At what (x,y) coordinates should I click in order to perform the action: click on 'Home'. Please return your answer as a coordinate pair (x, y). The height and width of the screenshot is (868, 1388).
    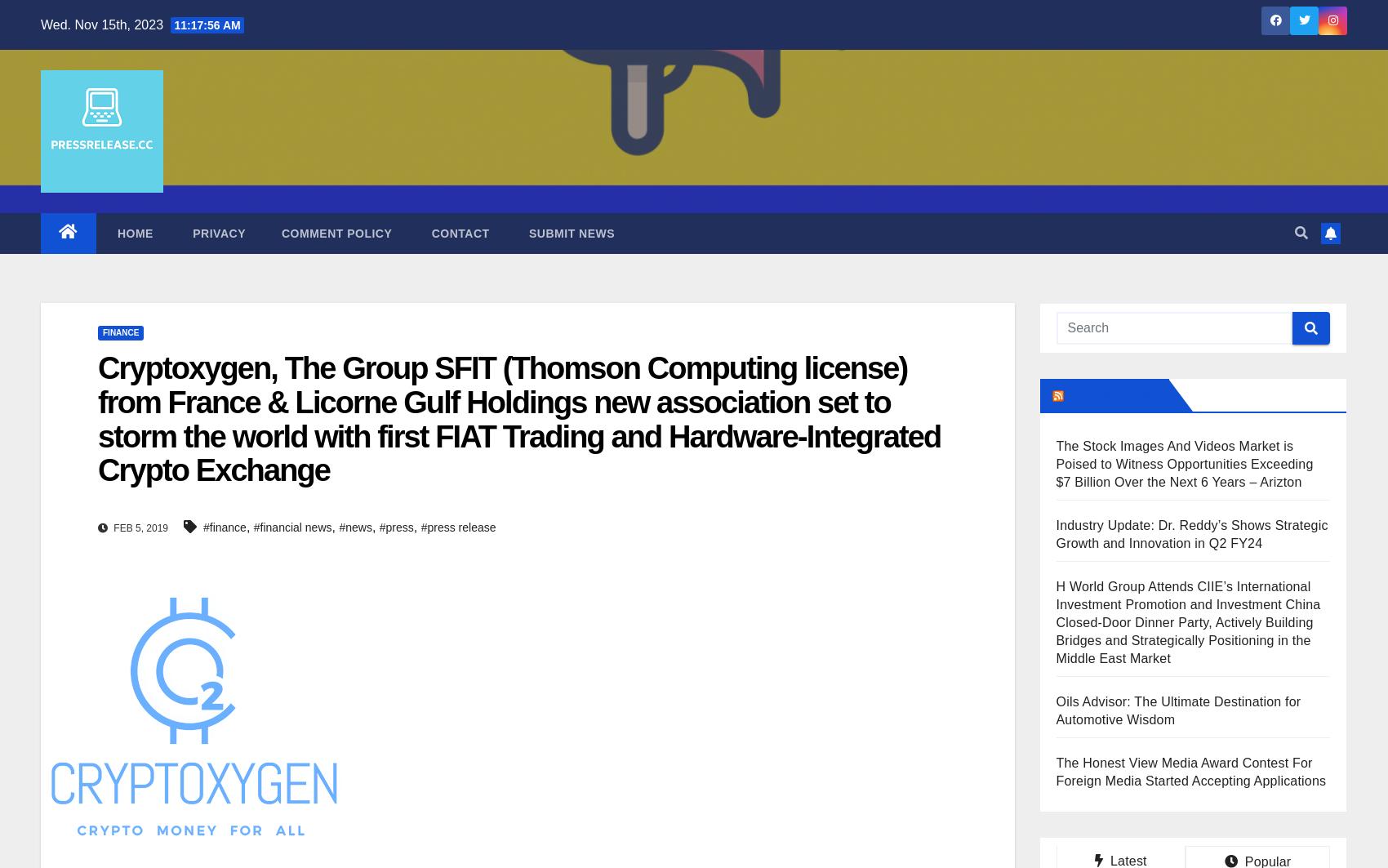
    Looking at the image, I should click on (113, 233).